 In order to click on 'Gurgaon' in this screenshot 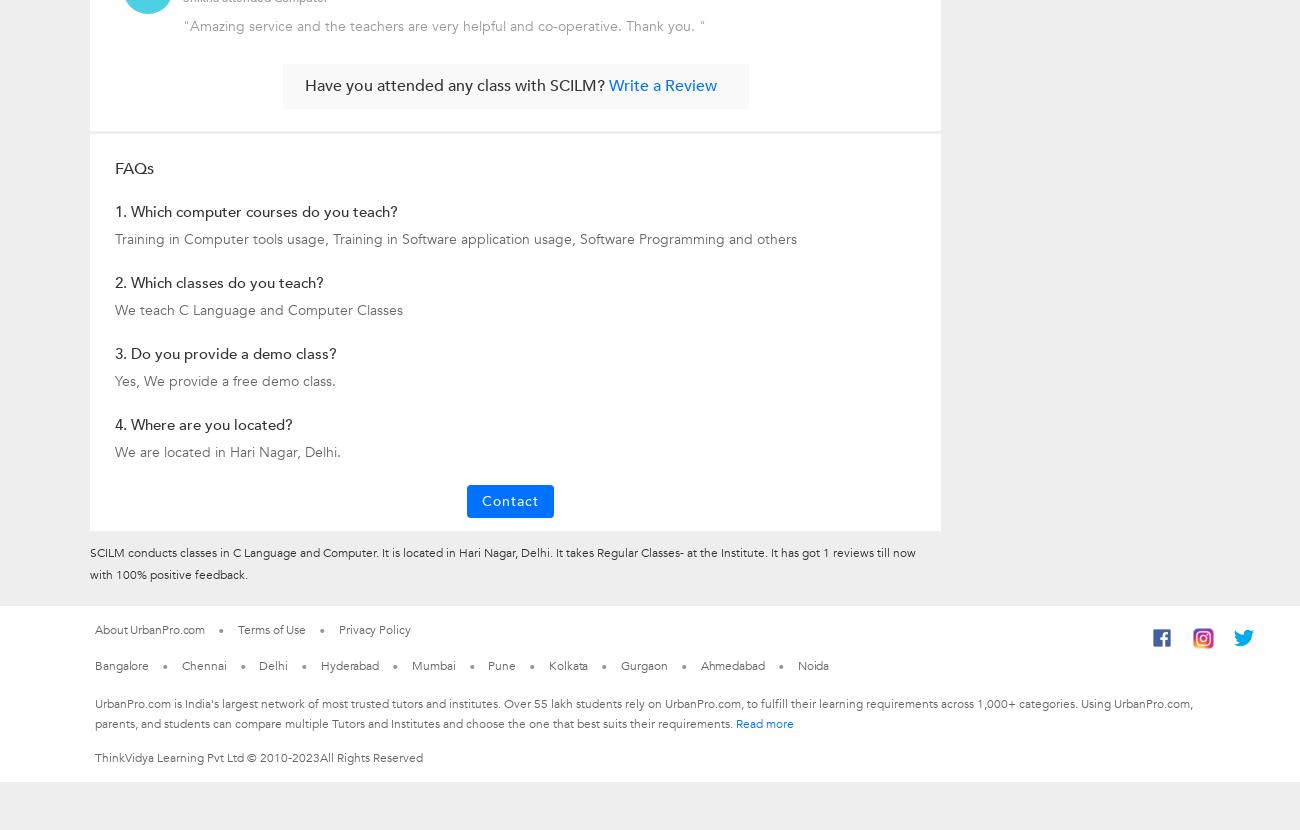, I will do `click(621, 665)`.